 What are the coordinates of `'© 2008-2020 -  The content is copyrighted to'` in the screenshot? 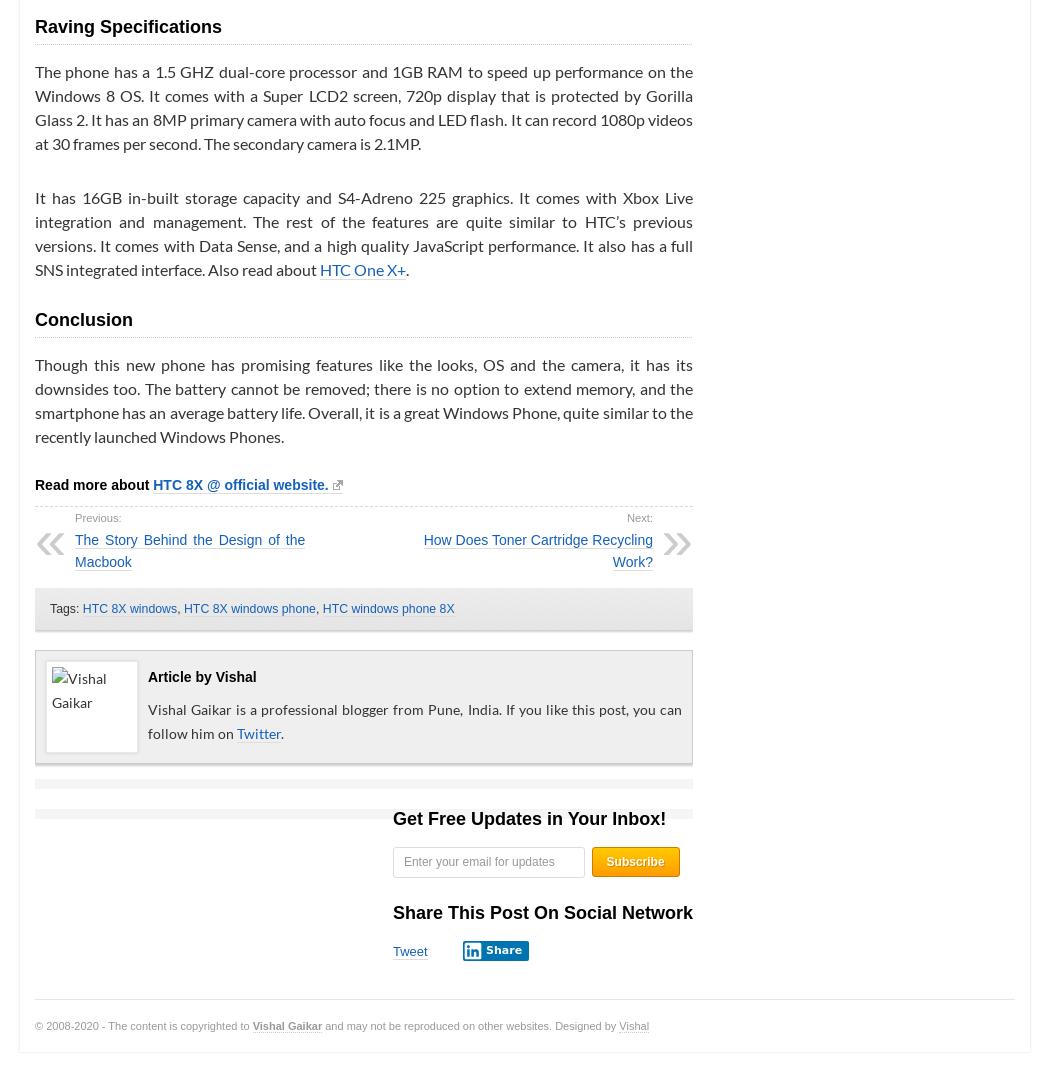 It's located at (142, 1023).